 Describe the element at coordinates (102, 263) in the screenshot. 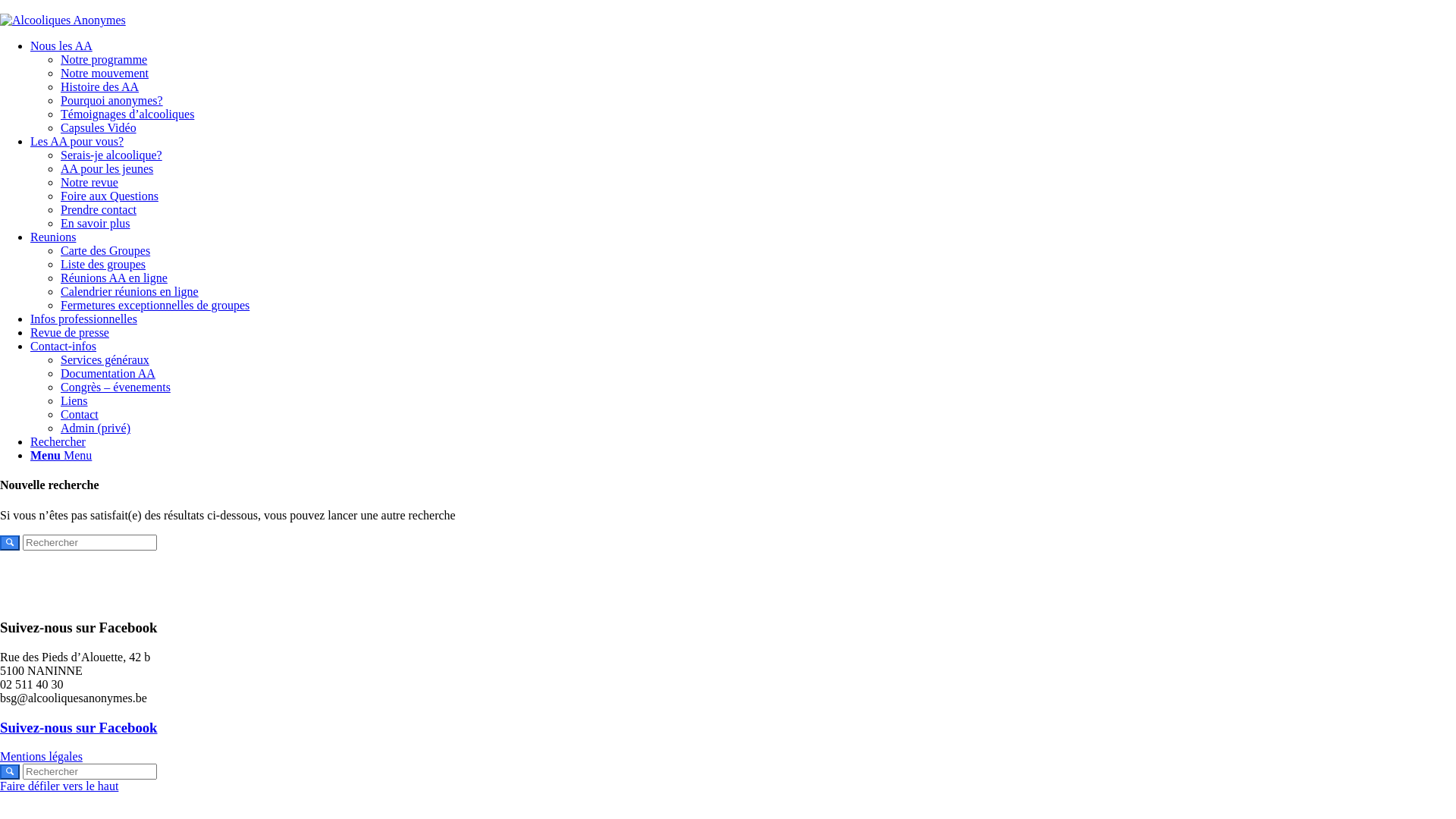

I see `'Liste des groupes'` at that location.